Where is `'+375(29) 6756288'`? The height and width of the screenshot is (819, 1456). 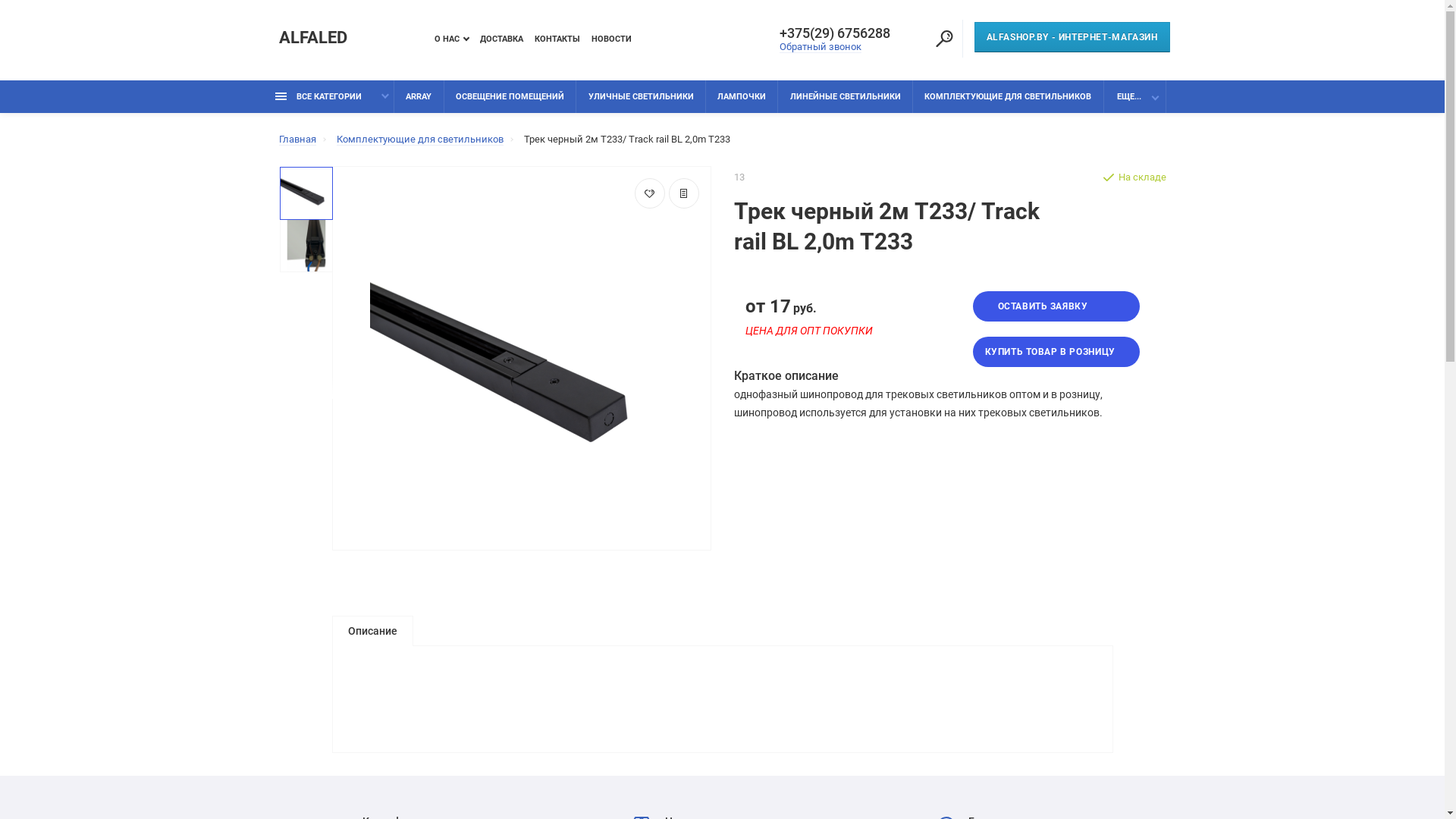 '+375(29) 6756288' is located at coordinates (839, 33).